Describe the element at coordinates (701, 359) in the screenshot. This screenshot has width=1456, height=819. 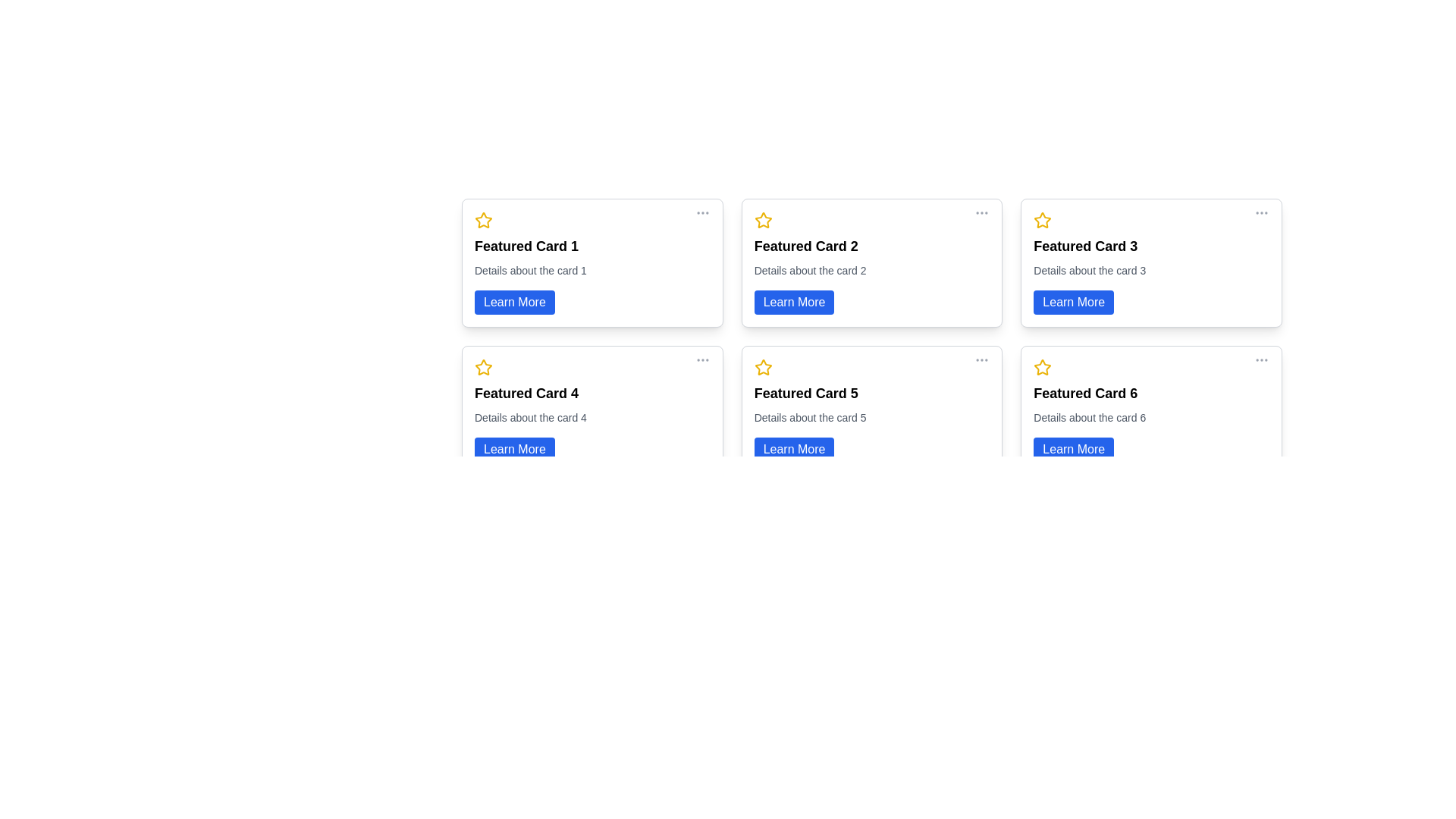
I see `the ellipsis icon in the top-right corner of the 'Featured Card 4' to change its color` at that location.